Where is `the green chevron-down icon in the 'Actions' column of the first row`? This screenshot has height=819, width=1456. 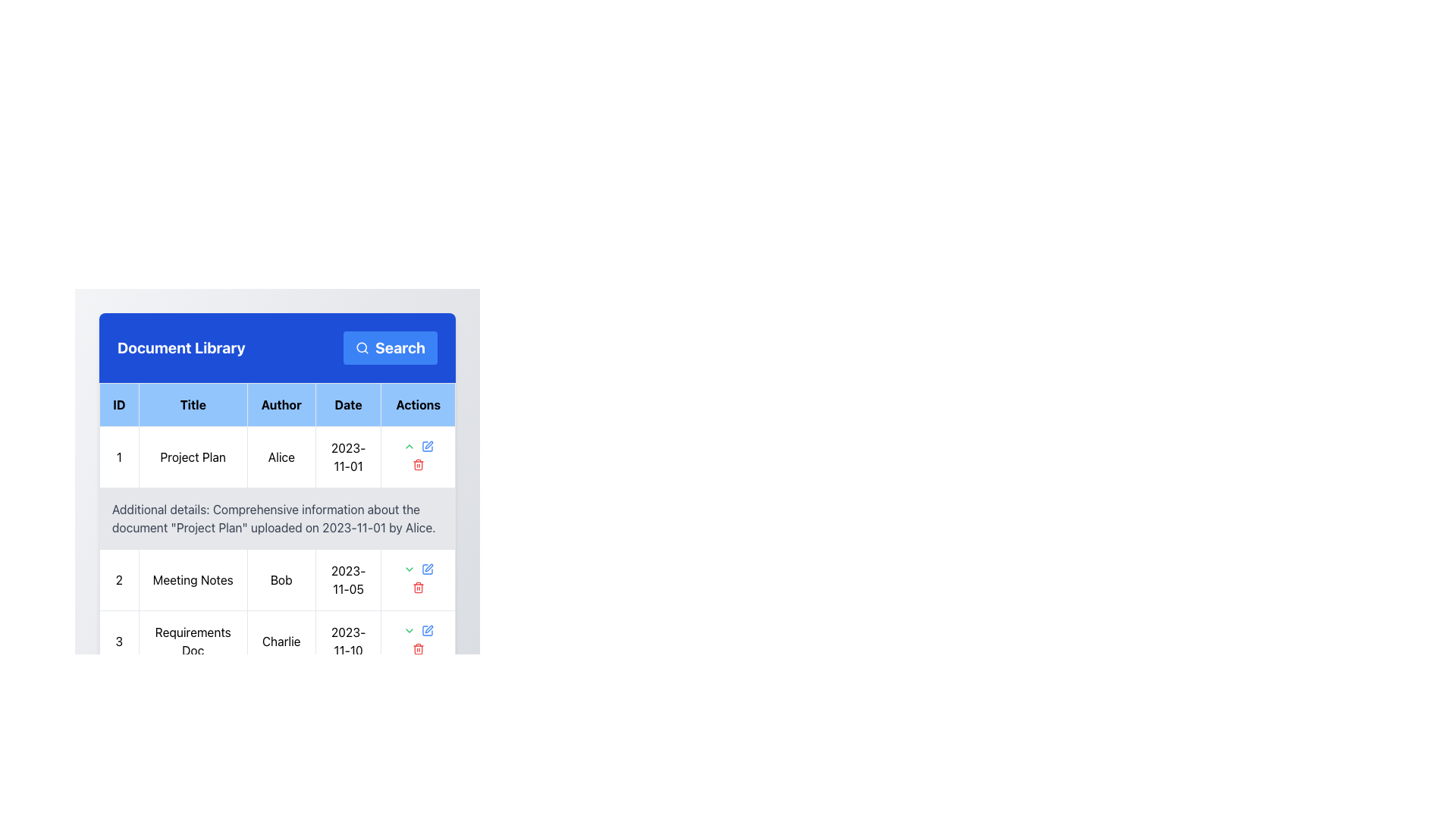 the green chevron-down icon in the 'Actions' column of the first row is located at coordinates (409, 570).